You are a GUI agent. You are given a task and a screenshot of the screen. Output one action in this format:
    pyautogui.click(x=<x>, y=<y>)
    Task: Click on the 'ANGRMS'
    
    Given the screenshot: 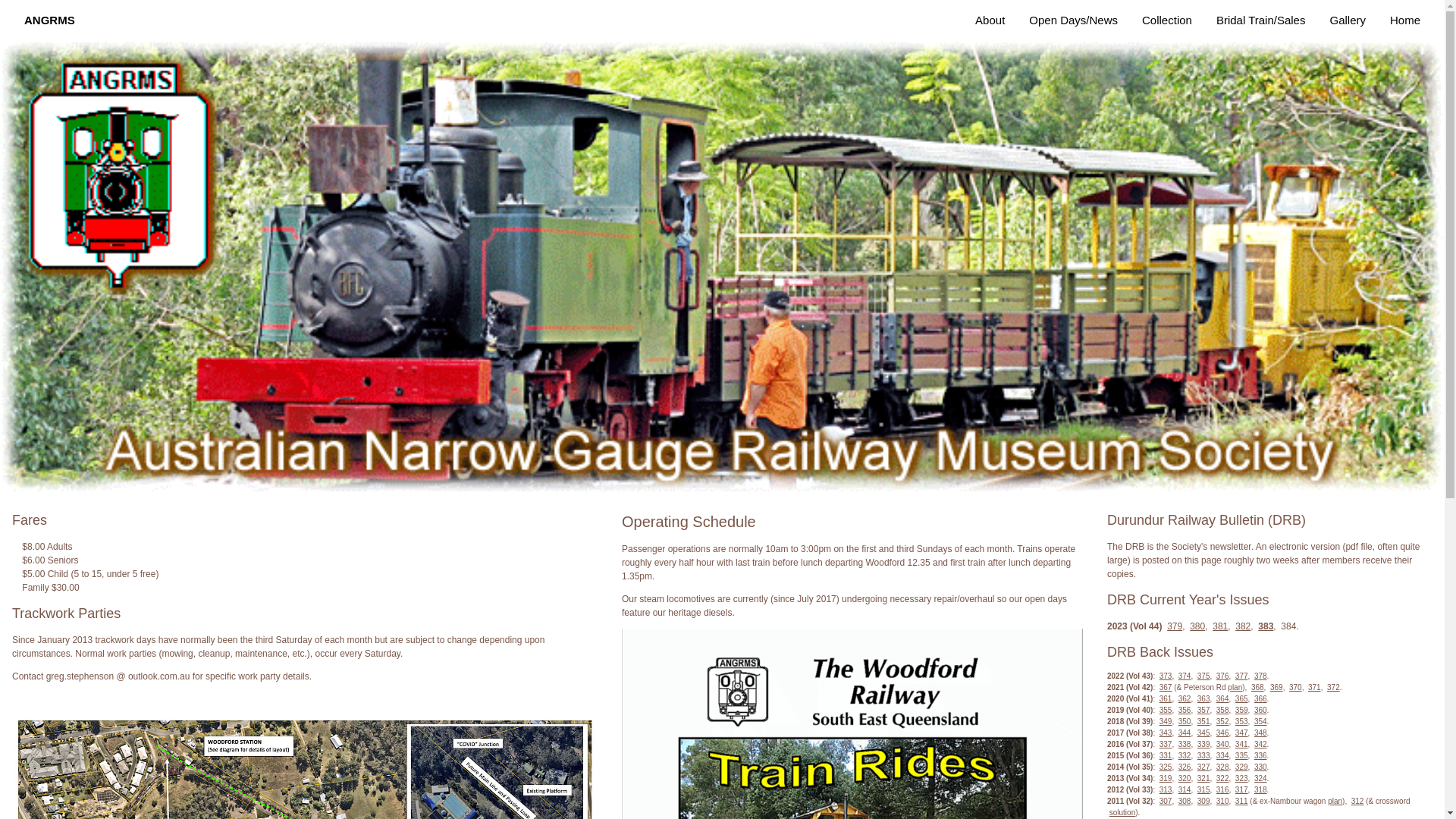 What is the action you would take?
    pyautogui.click(x=49, y=20)
    